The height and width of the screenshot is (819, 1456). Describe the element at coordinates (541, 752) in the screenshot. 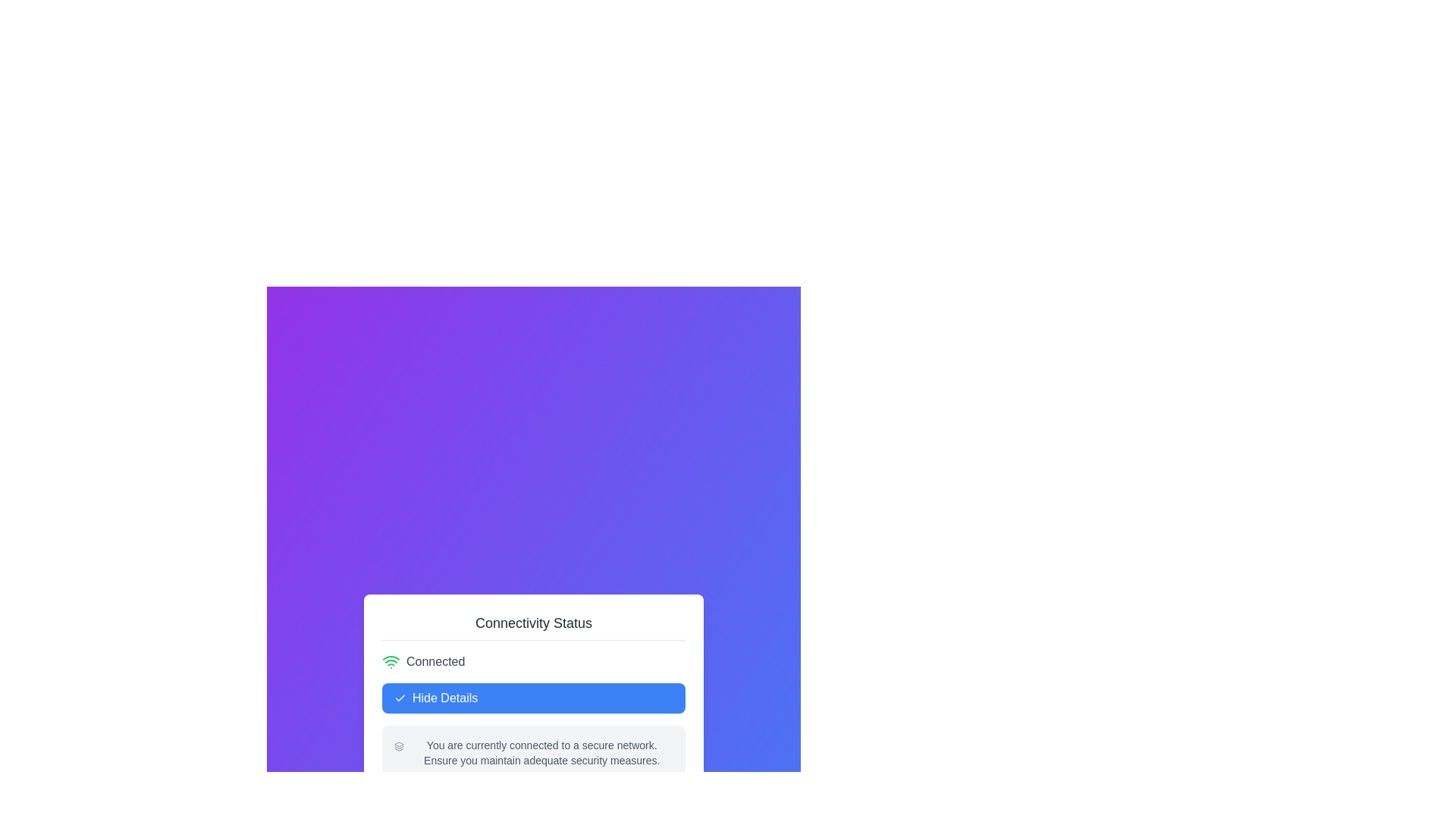

I see `the informational text displaying the message: 'You are currently connected to a secure network. Ensure you maintain adequate security measures.' located within the 'Connectivity Status' section` at that location.